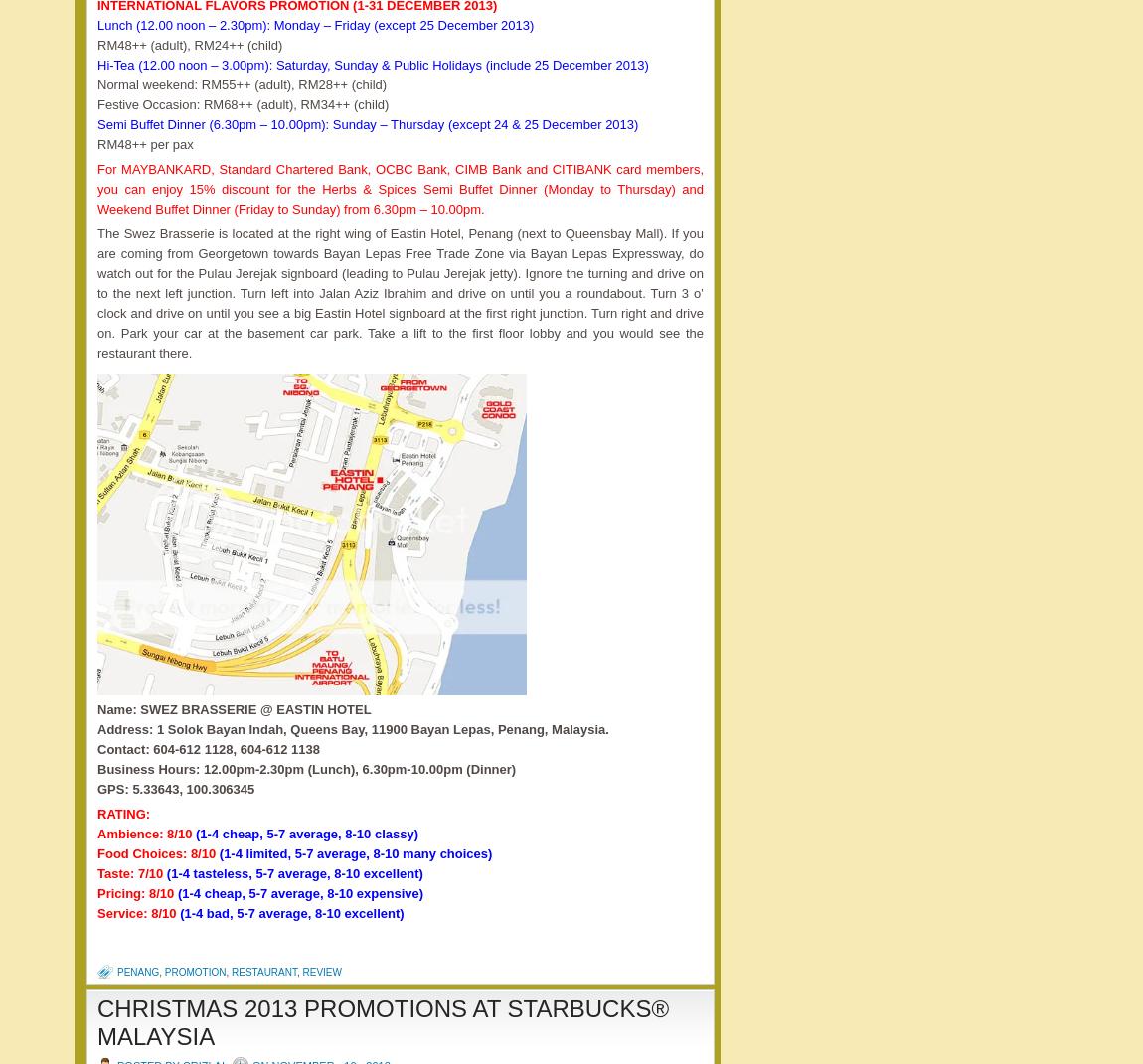 This screenshot has height=1064, width=1143. I want to click on 'RATING:', so click(95, 813).